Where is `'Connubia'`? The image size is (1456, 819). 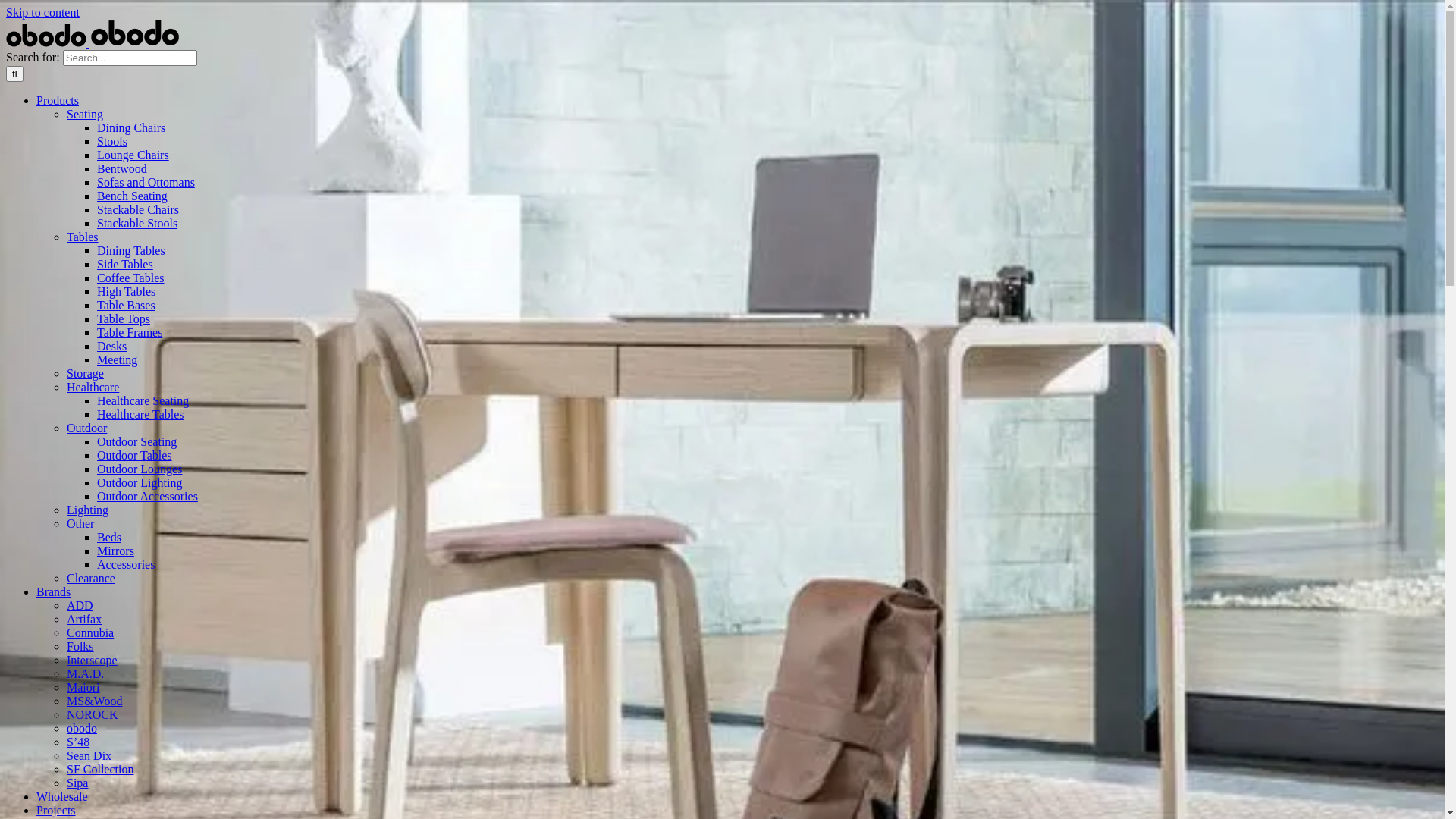
'Connubia' is located at coordinates (89, 632).